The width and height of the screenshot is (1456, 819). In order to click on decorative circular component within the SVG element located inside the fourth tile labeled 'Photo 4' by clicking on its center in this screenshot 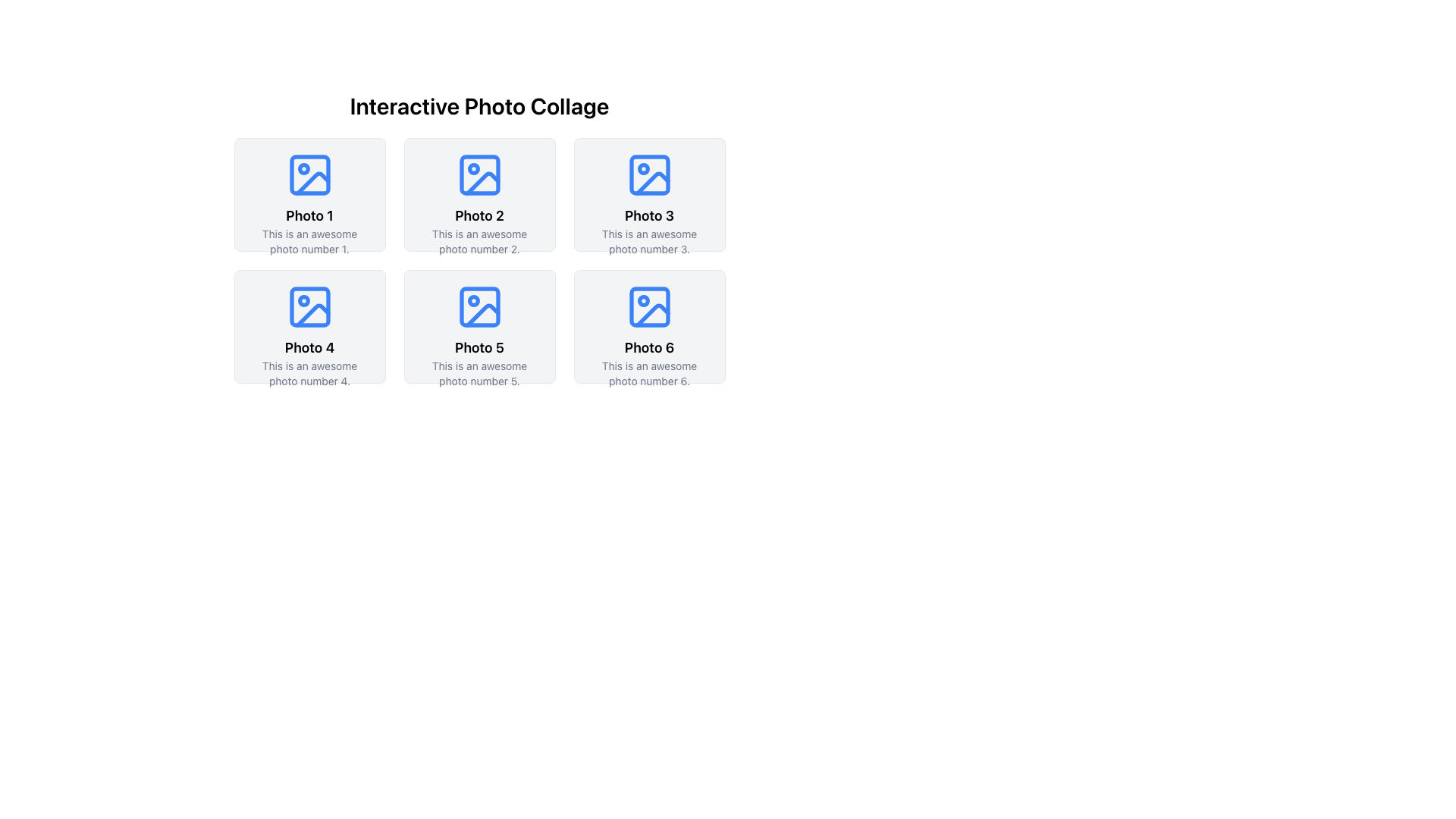, I will do `click(303, 301)`.